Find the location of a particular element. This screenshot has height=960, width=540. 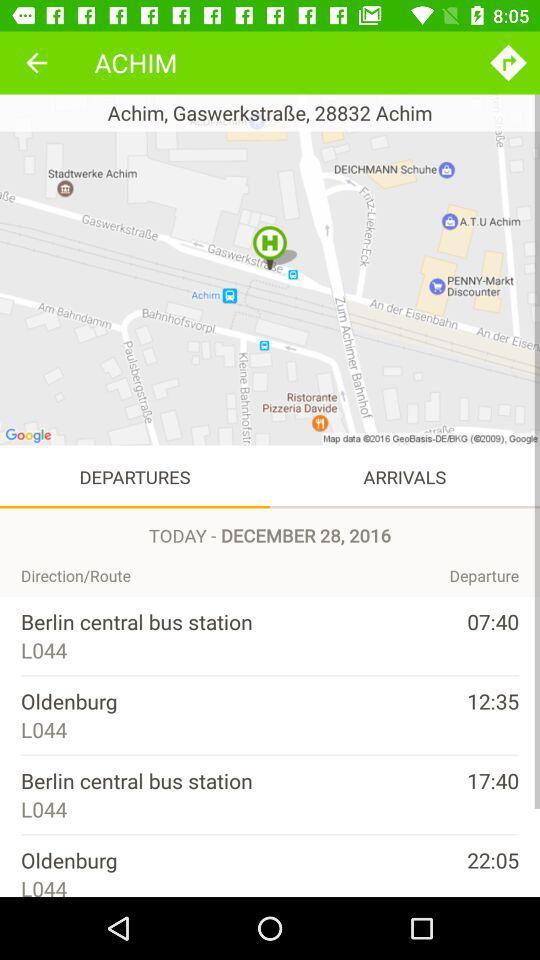

the icon at the top right corner is located at coordinates (508, 62).